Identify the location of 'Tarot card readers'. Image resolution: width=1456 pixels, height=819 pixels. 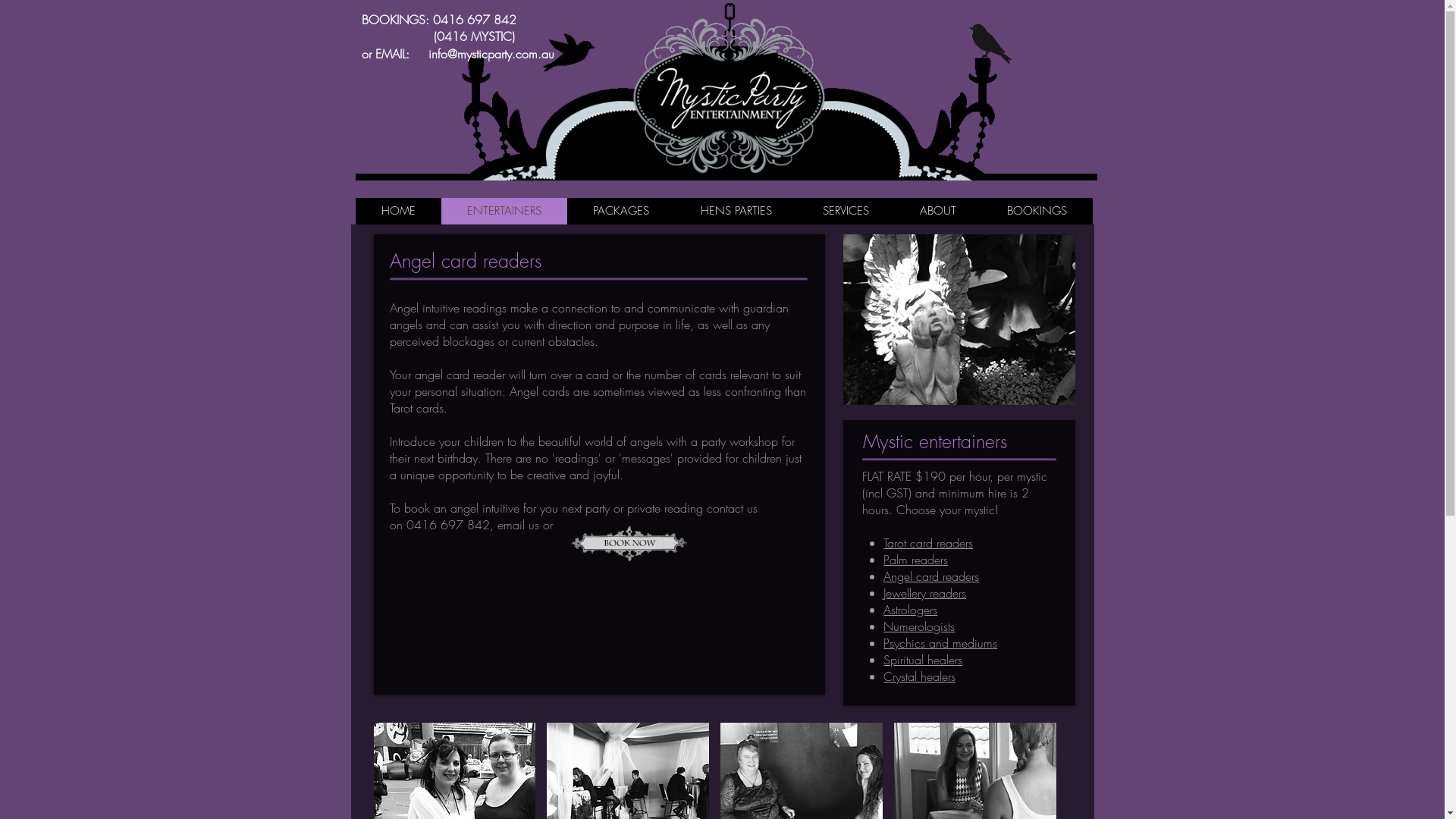
(927, 542).